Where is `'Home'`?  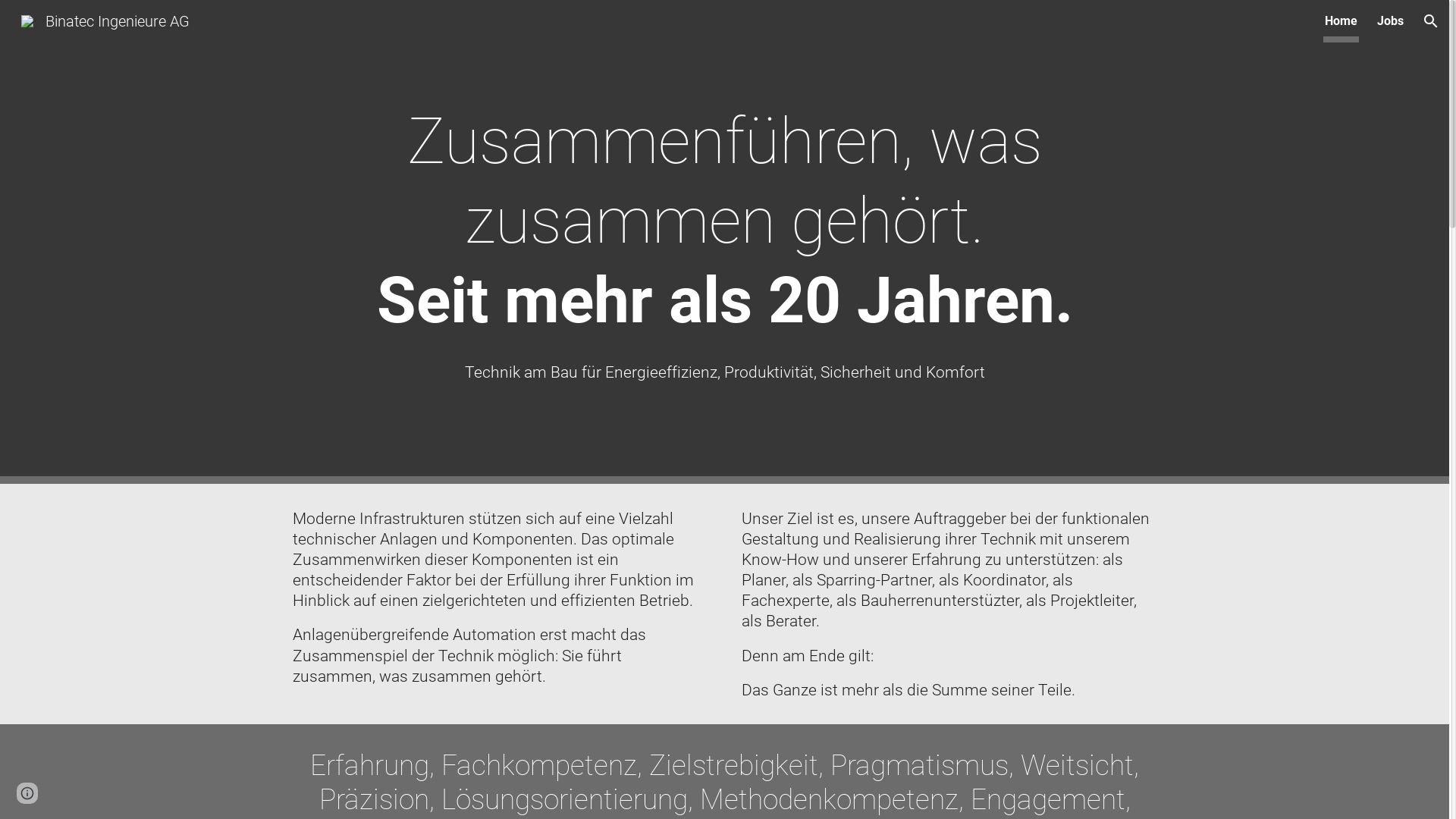
'Home' is located at coordinates (1341, 20).